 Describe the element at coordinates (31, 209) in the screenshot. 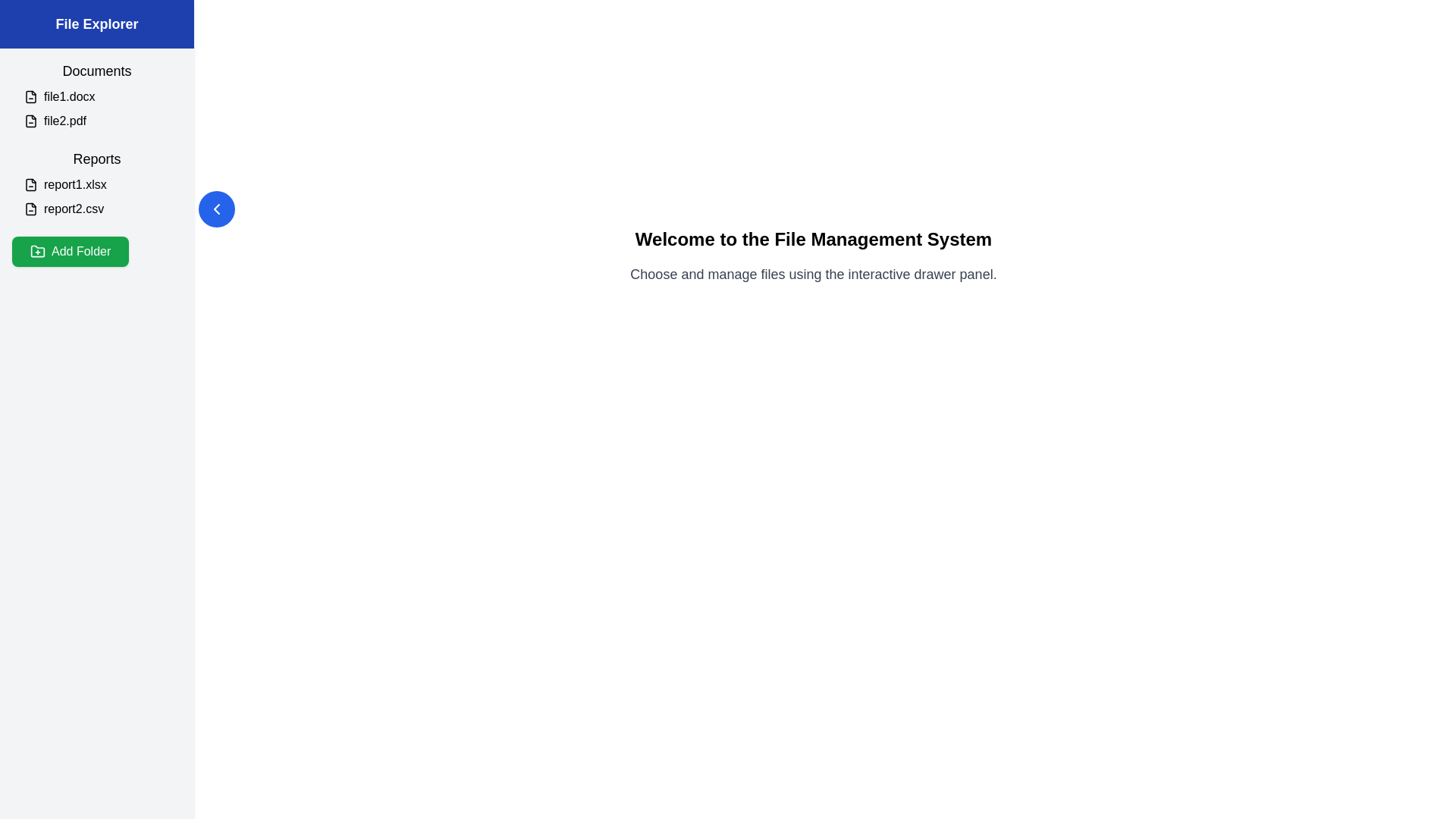

I see `the document file icon located next to 'report2.csv' in the 'Reports' section of the left sidebar file explorer` at that location.